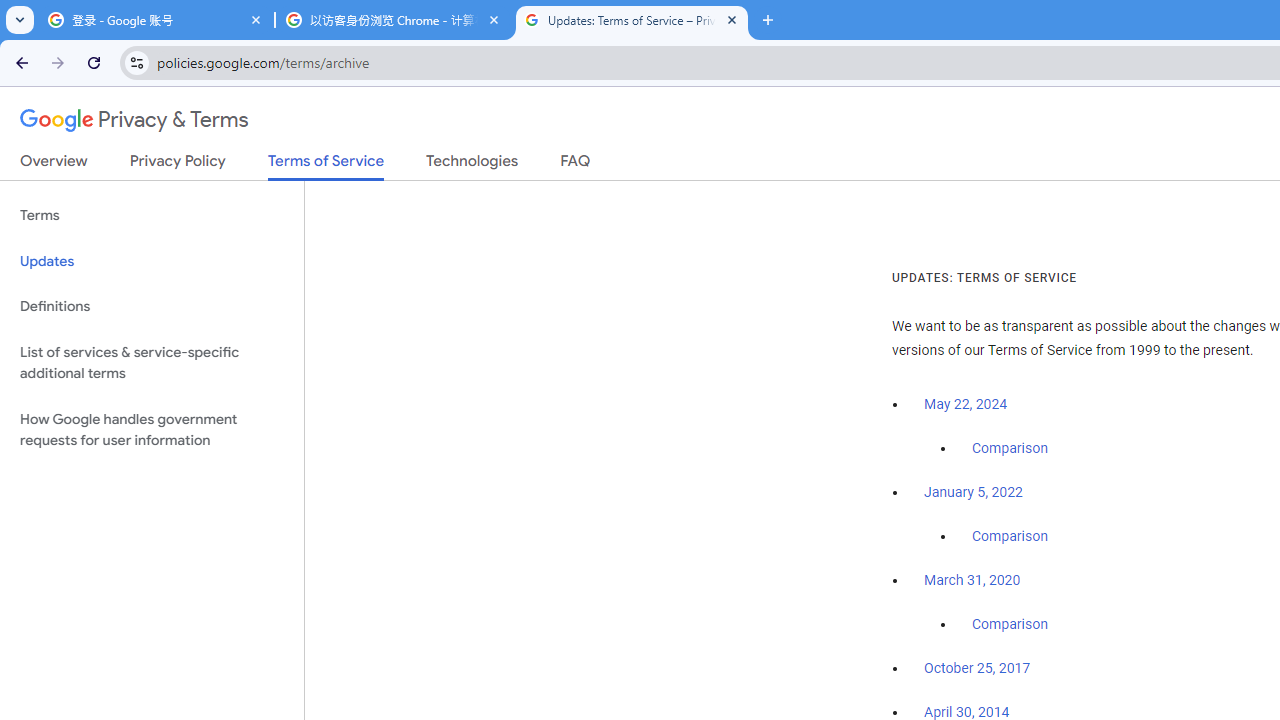 The image size is (1280, 720). What do you see at coordinates (966, 405) in the screenshot?
I see `'May 22, 2024'` at bounding box center [966, 405].